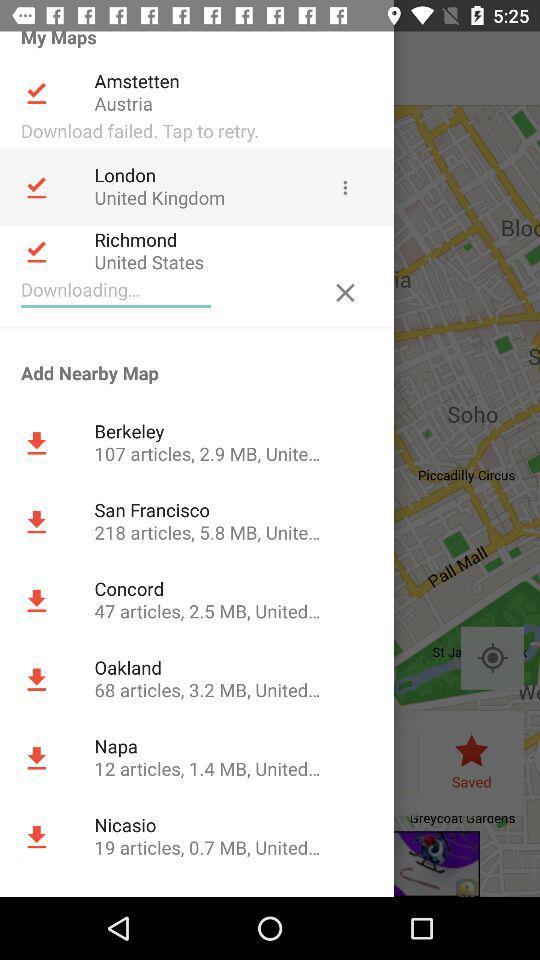 Image resolution: width=540 pixels, height=960 pixels. I want to click on the location_crosshair icon, so click(491, 657).